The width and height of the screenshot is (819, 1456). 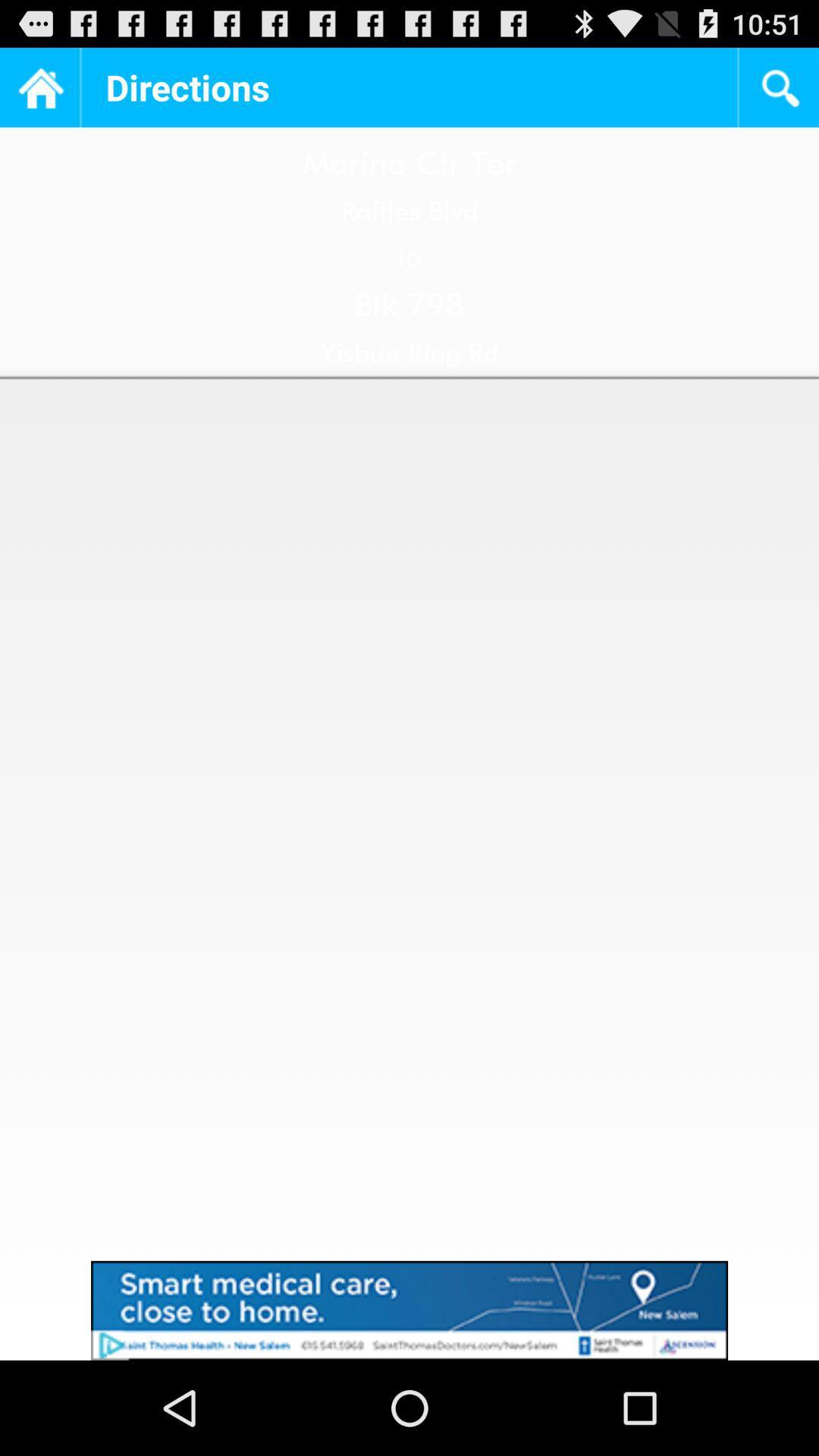 What do you see at coordinates (779, 93) in the screenshot?
I see `the search icon` at bounding box center [779, 93].